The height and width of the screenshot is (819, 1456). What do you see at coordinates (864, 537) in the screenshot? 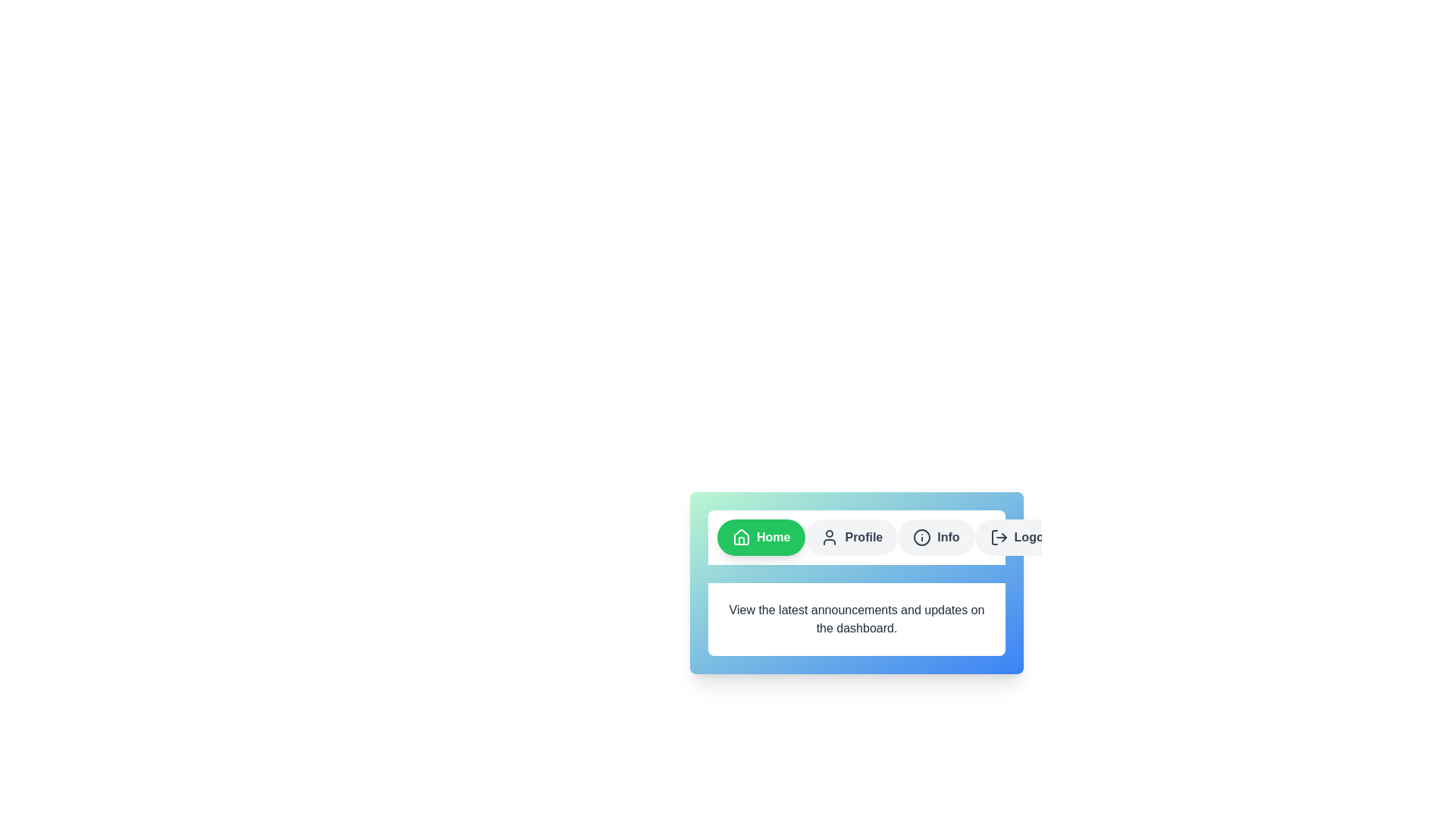
I see `the 'Profile' text label located within a rounded button in the horizontal navigation bar, positioned second from the left after the 'Home' button` at bounding box center [864, 537].